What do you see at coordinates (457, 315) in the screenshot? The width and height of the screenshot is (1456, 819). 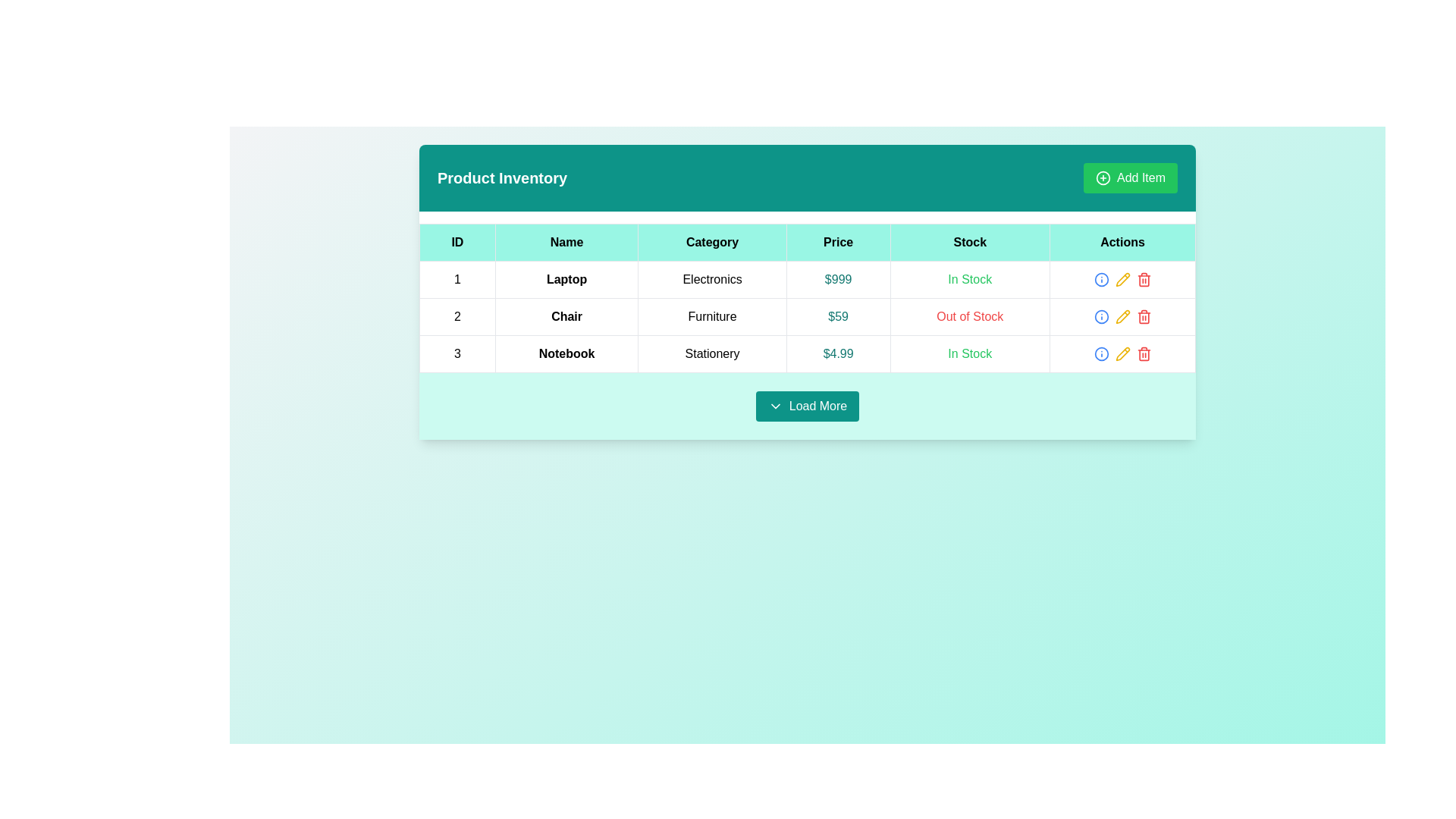 I see `the static text element in the first cell of the second row under the 'ID' column in the data table, which serves as an identifier for a record` at bounding box center [457, 315].